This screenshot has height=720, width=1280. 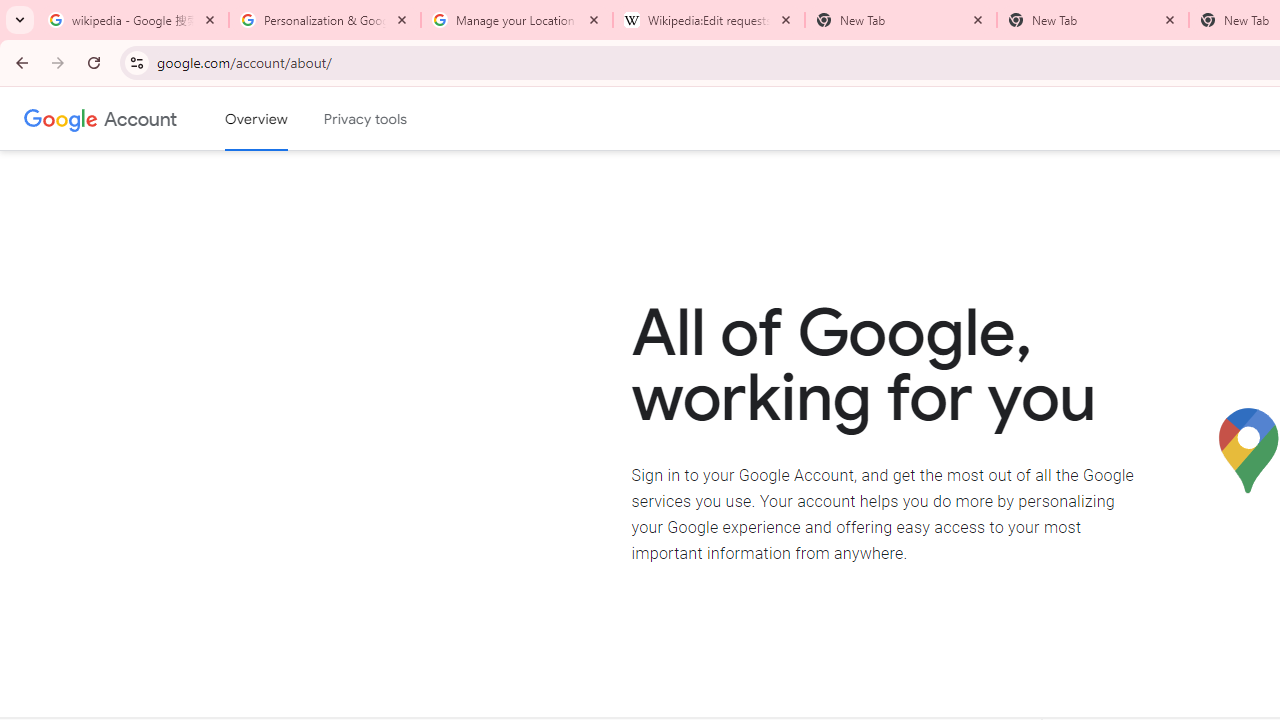 What do you see at coordinates (61, 118) in the screenshot?
I see `'Google logo'` at bounding box center [61, 118].